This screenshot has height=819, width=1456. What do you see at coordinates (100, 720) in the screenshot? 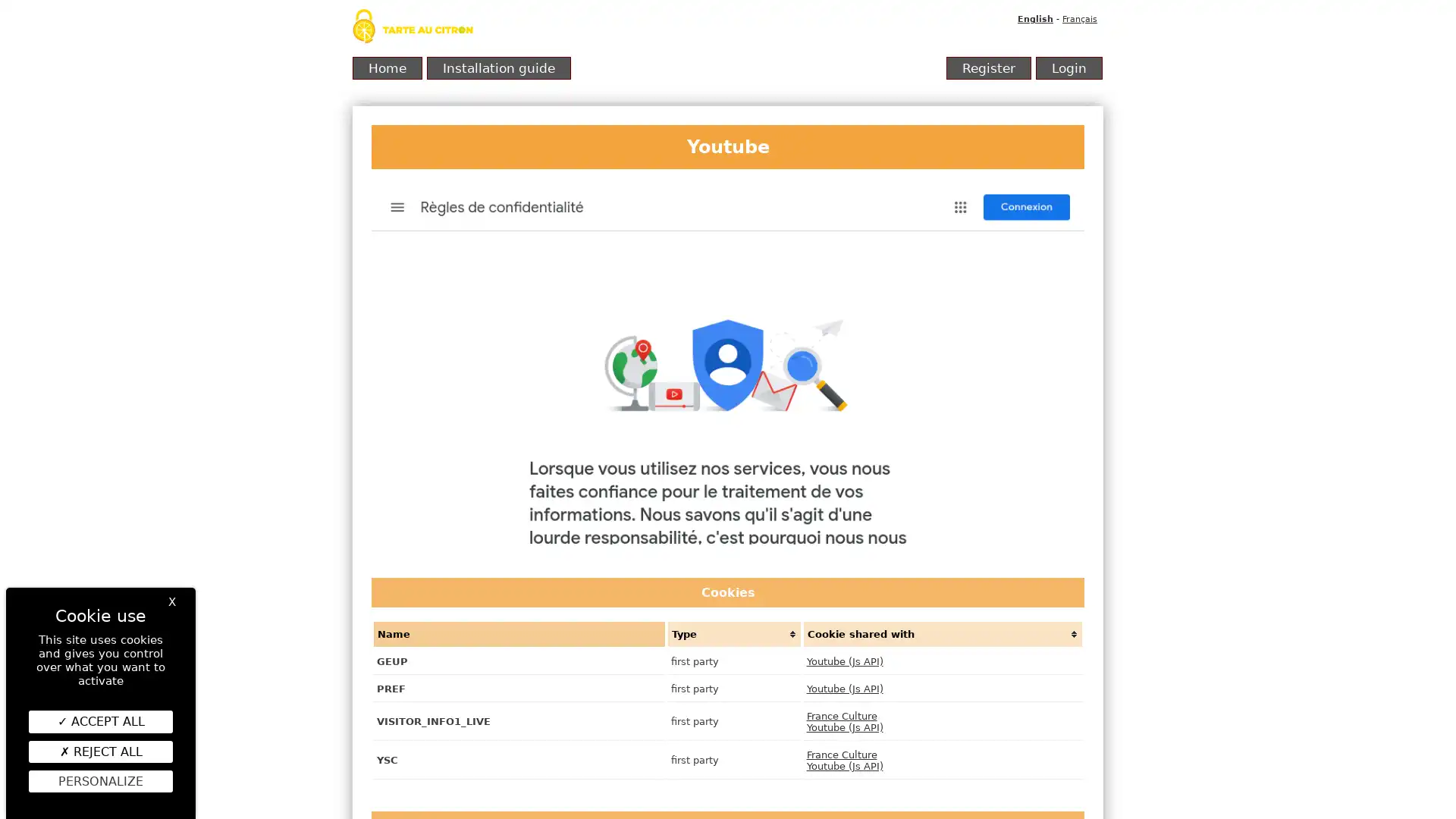
I see `ACCEPT ALL` at bounding box center [100, 720].